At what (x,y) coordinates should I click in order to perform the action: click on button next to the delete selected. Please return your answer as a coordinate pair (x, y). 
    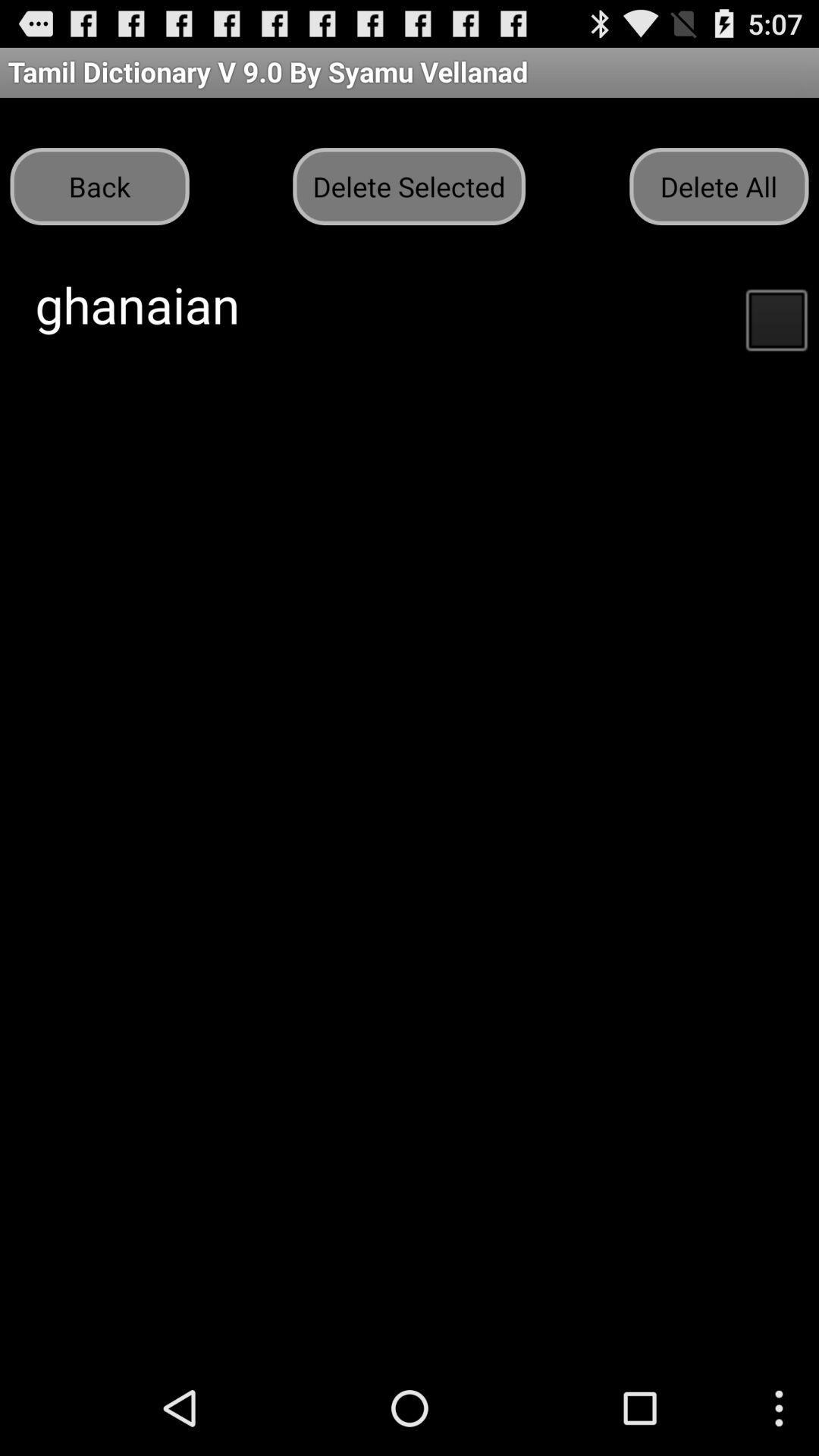
    Looking at the image, I should click on (718, 185).